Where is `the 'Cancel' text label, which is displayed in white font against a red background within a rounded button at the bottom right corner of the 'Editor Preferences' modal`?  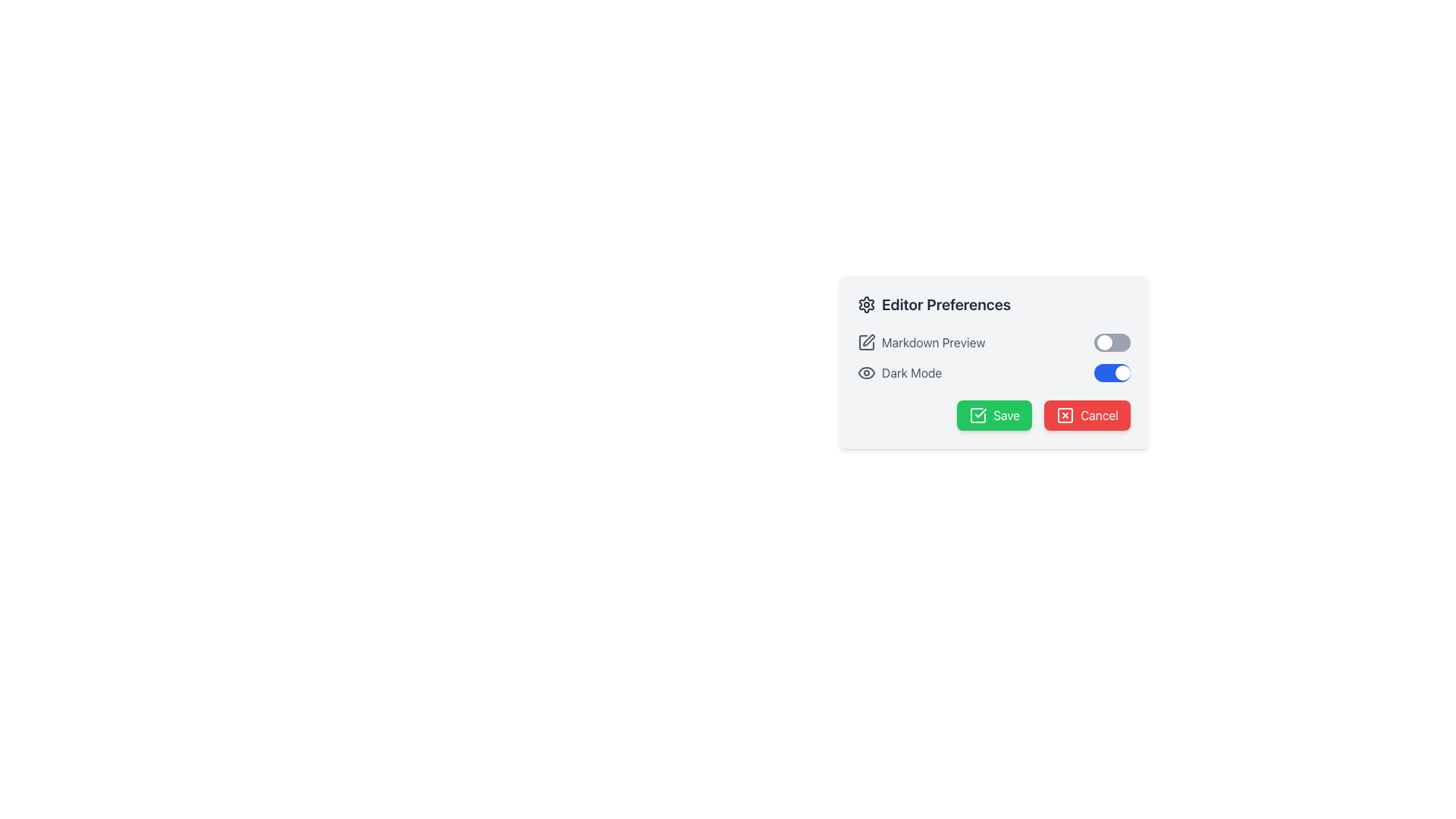 the 'Cancel' text label, which is displayed in white font against a red background within a rounded button at the bottom right corner of the 'Editor Preferences' modal is located at coordinates (1099, 415).